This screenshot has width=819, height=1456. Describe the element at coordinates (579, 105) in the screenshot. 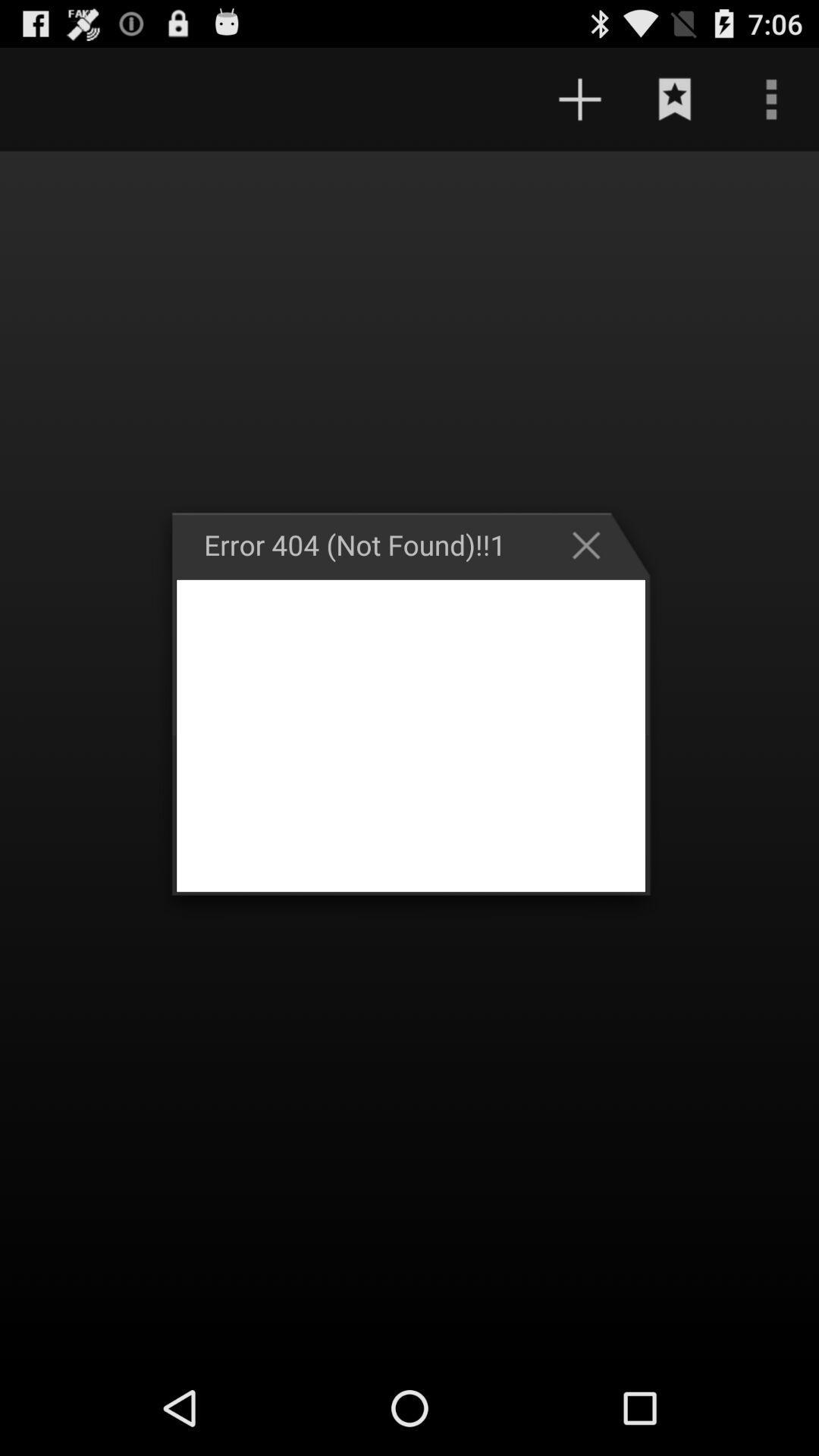

I see `the add icon` at that location.